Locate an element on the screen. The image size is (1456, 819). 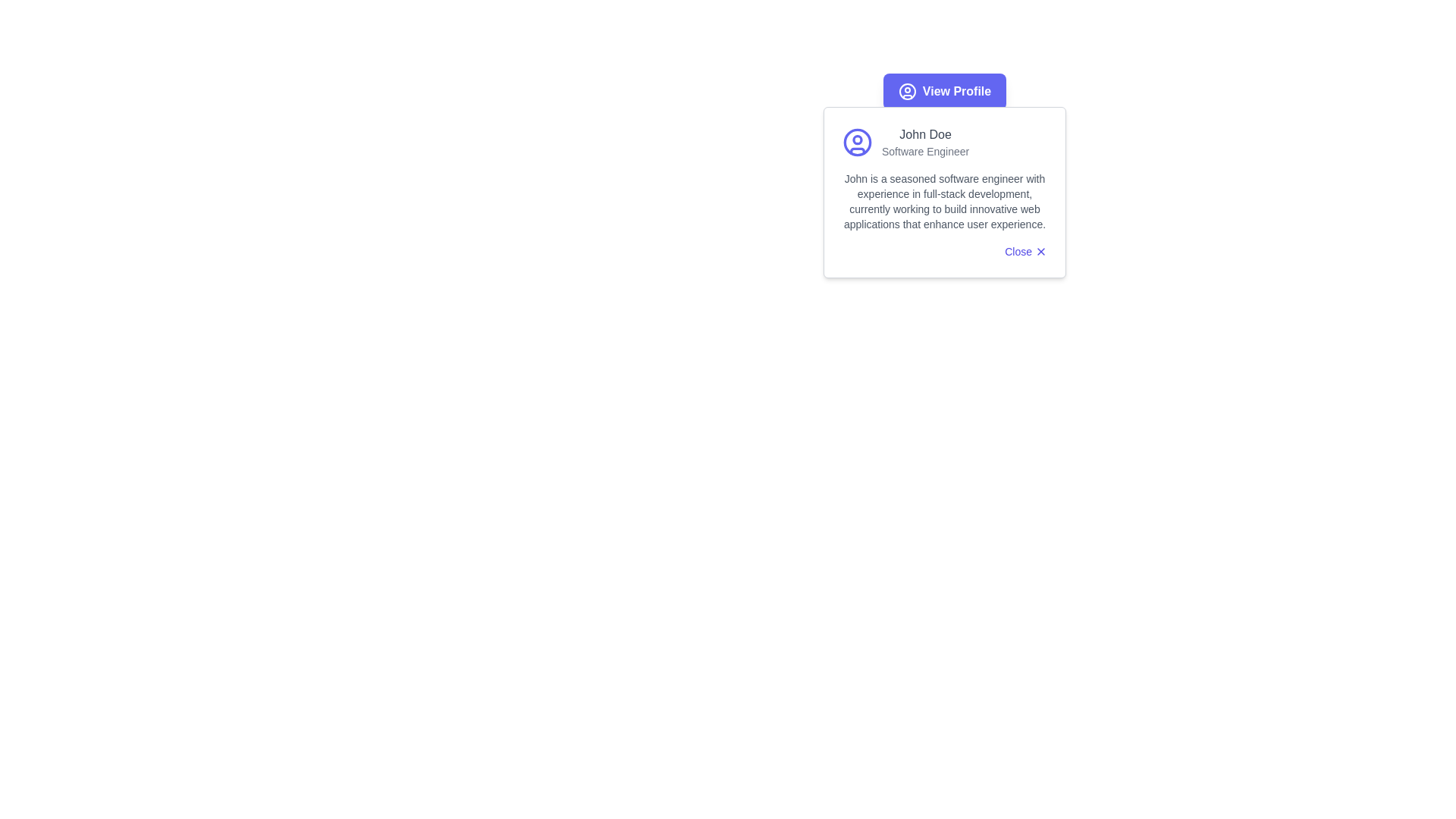
the blue 'View Profile' button with rounded corners located at the top of the modal card is located at coordinates (944, 91).